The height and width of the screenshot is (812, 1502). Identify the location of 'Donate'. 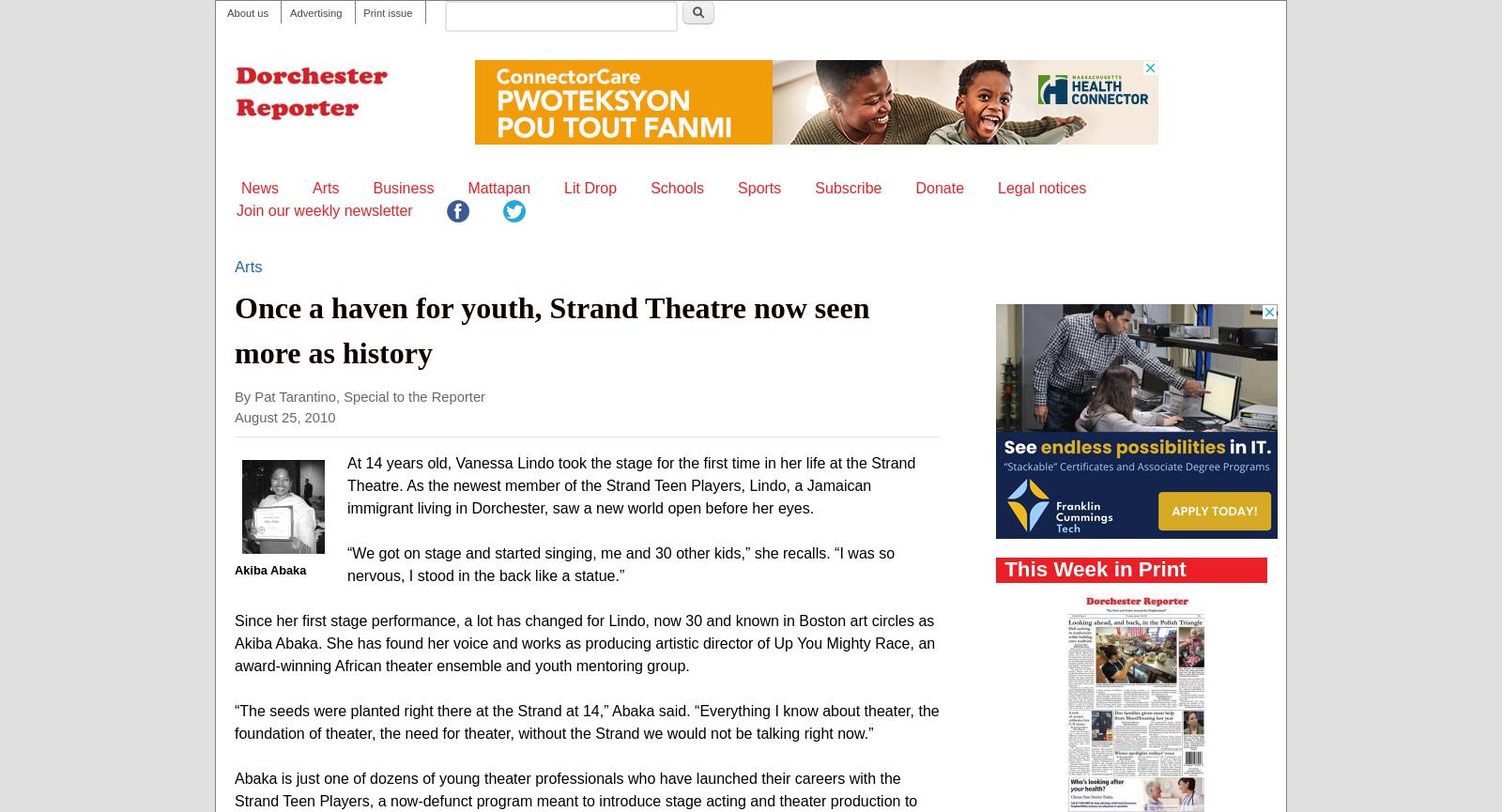
(938, 186).